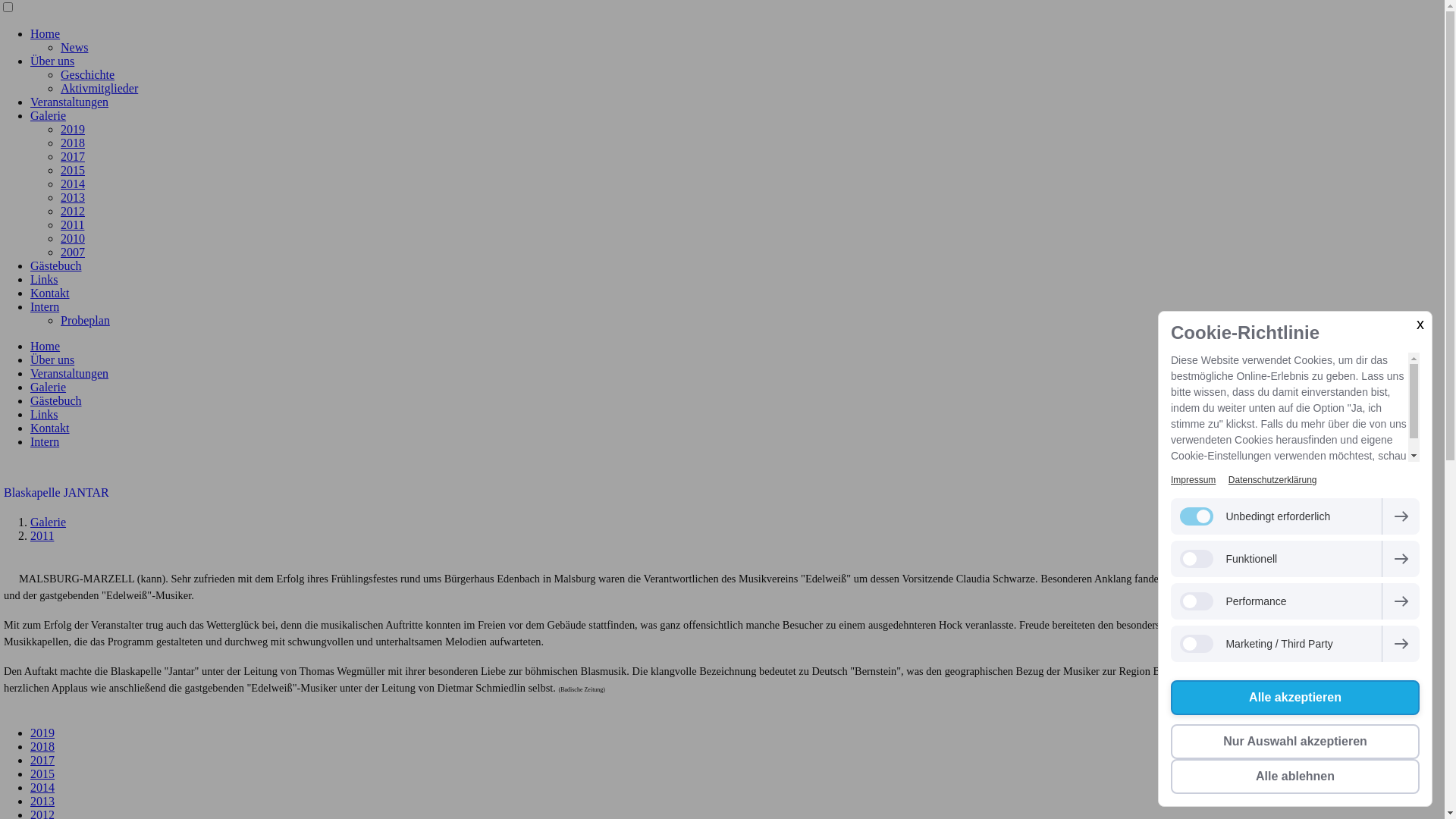  What do you see at coordinates (30, 102) in the screenshot?
I see `'Veranstaltungen'` at bounding box center [30, 102].